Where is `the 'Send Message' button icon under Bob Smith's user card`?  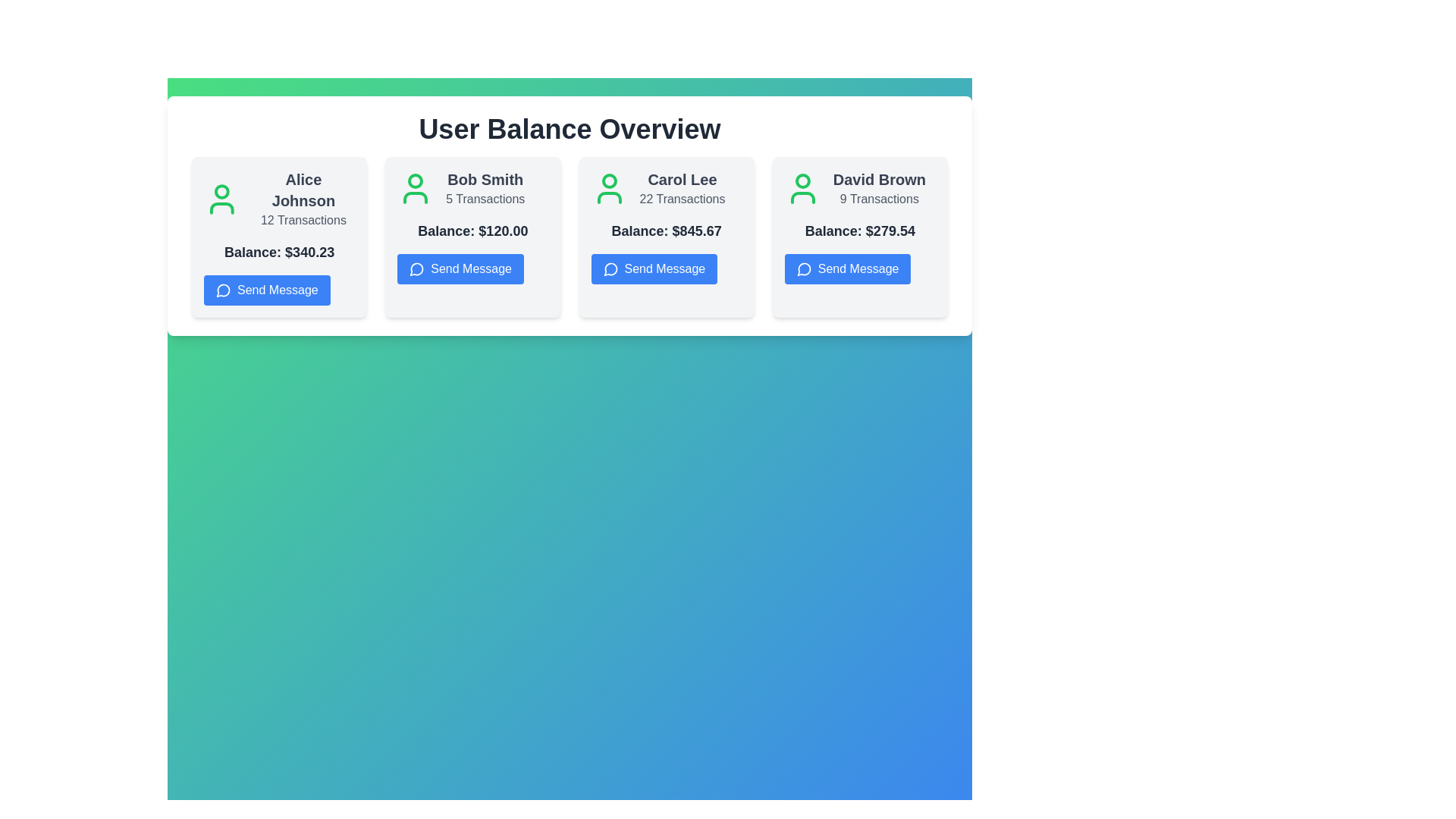 the 'Send Message' button icon under Bob Smith's user card is located at coordinates (417, 268).